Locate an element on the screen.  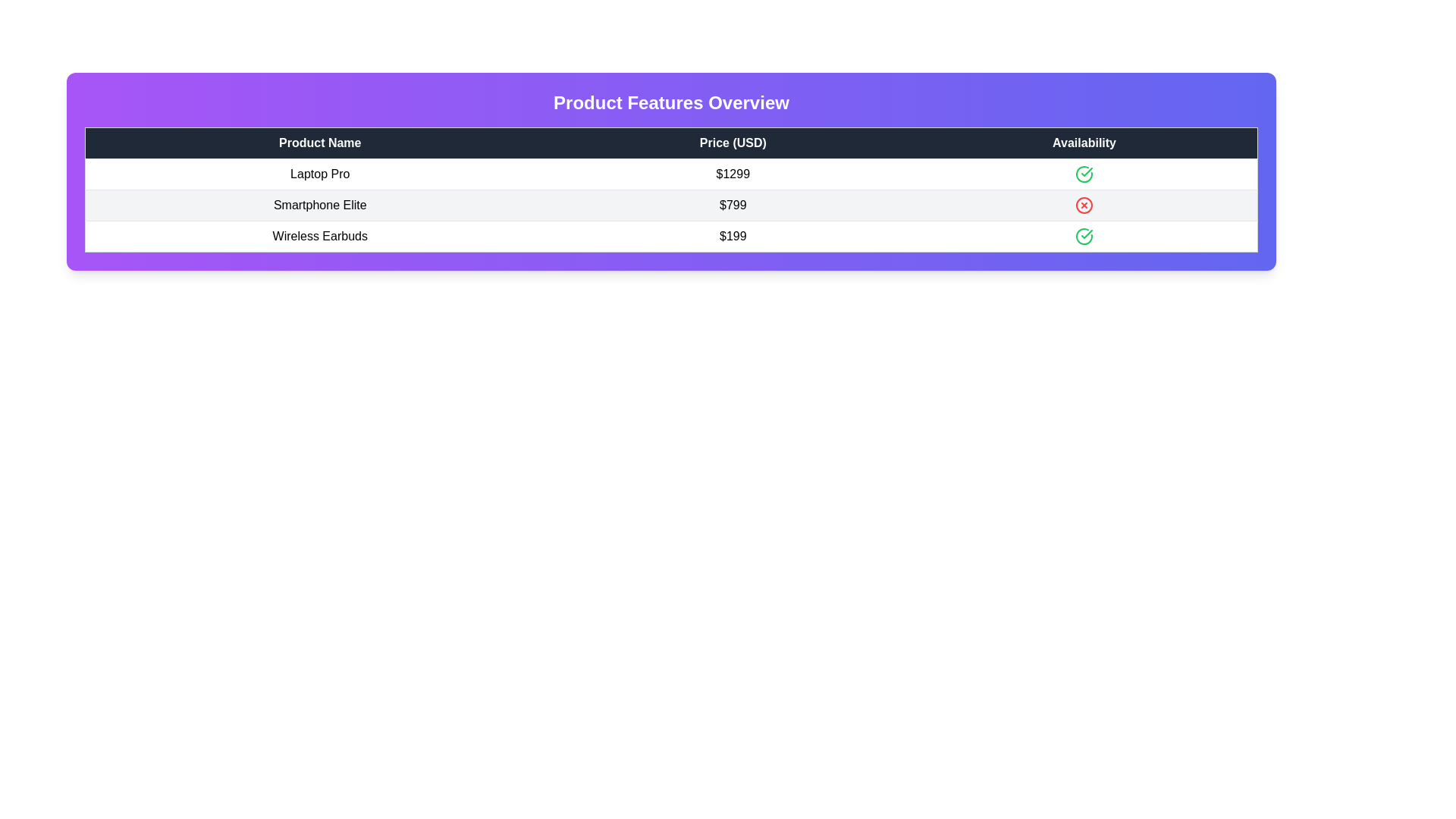
the green circular icon with a check mark in the third row under the 'Availability' column of the table is located at coordinates (1084, 237).